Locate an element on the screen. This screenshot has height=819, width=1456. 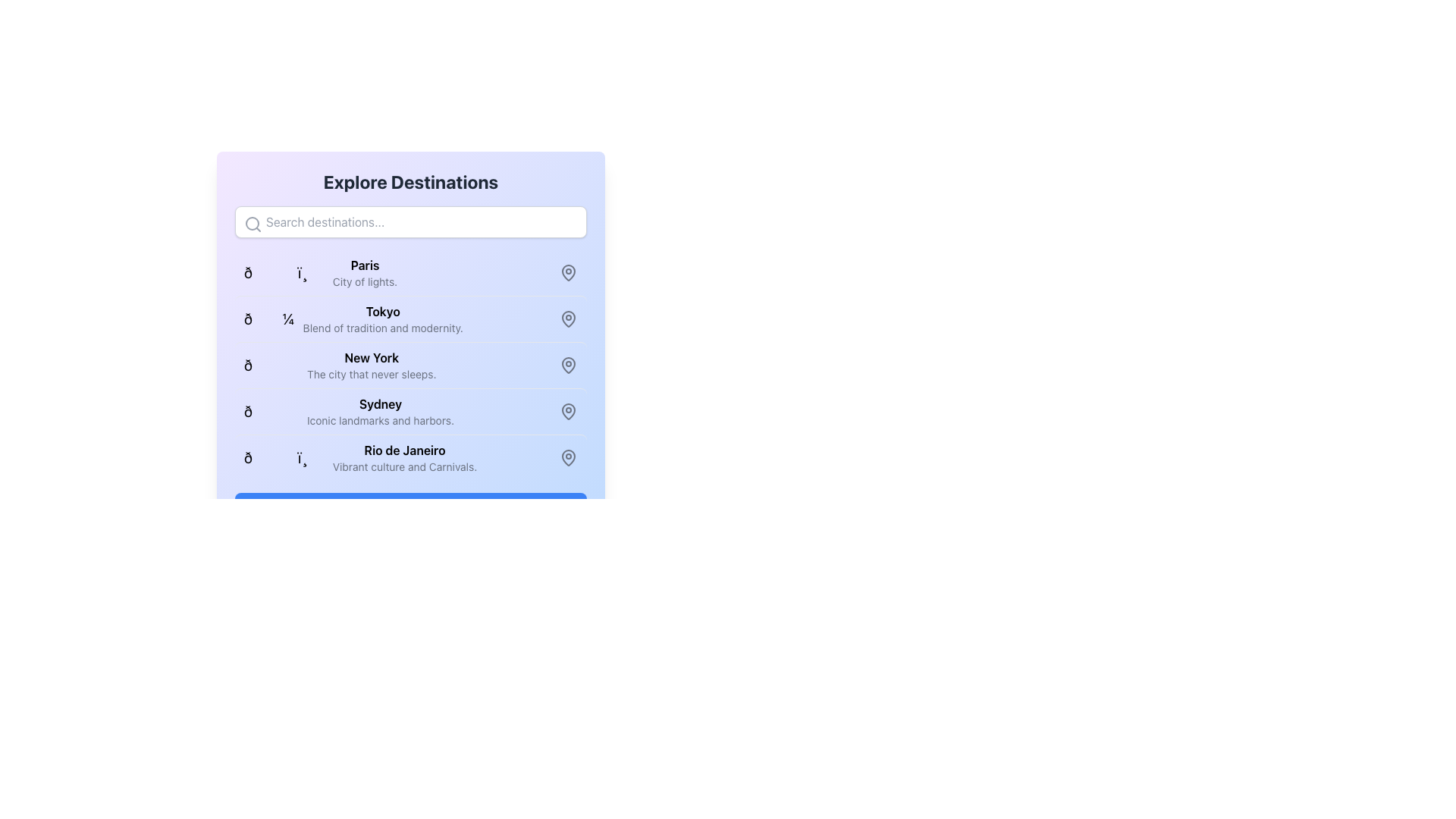
the blue button labeled 'Selected Items (0)' with rounded corners located at the bottom of the interface is located at coordinates (411, 508).